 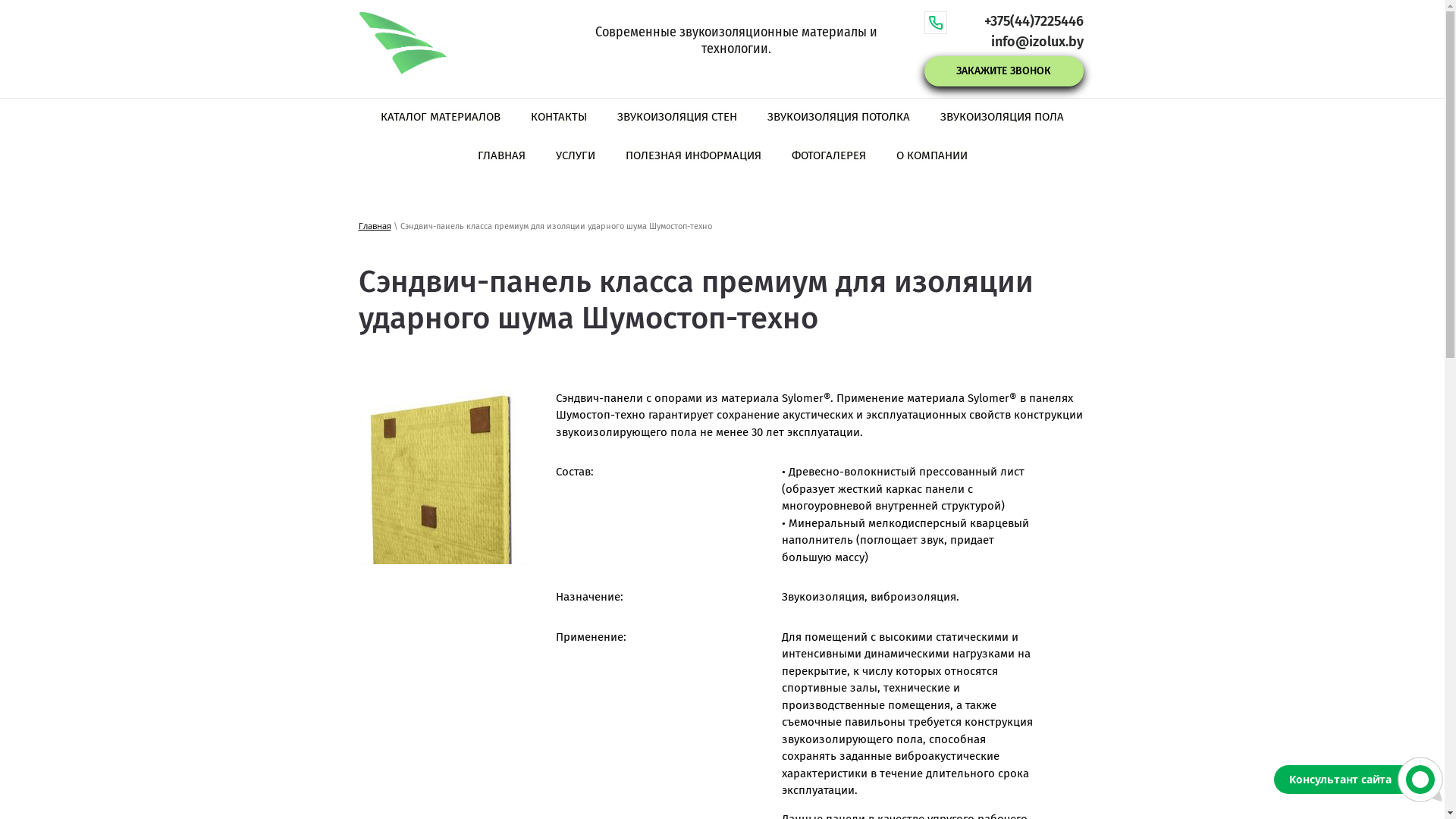 I want to click on '+375(44)7225446', so click(x=1033, y=20).